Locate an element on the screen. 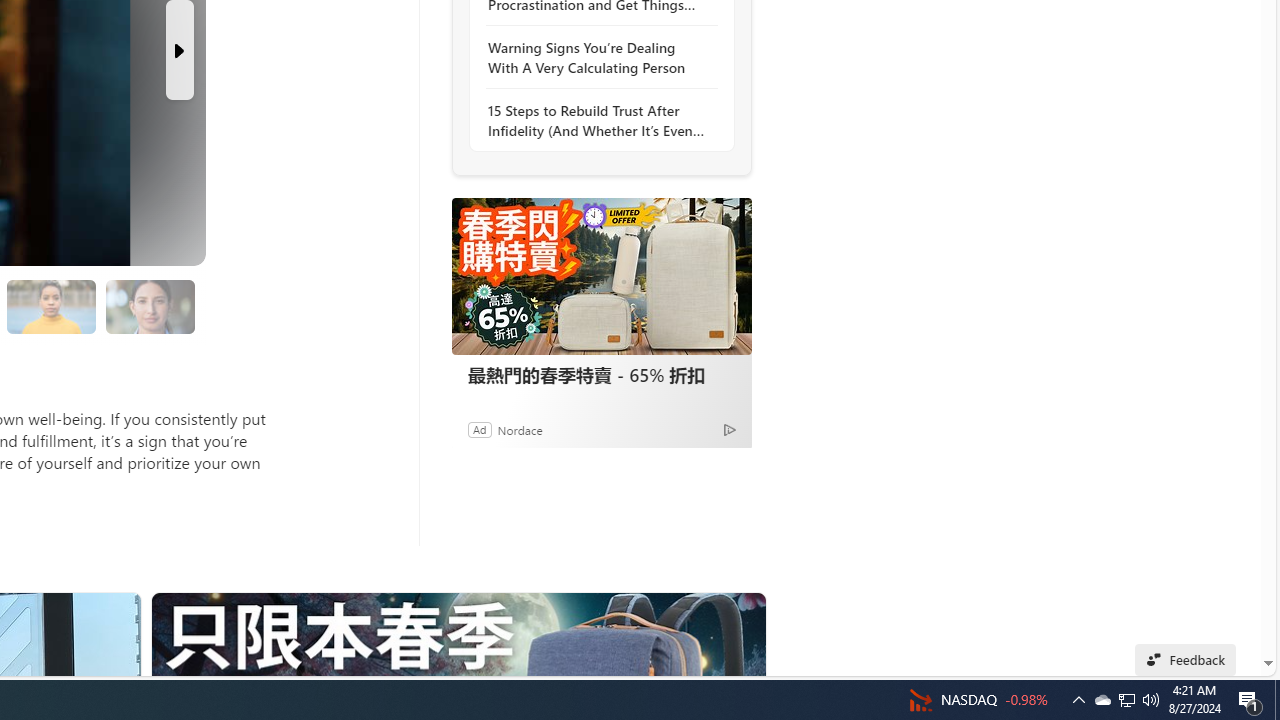  'Next Slide' is located at coordinates (179, 49).